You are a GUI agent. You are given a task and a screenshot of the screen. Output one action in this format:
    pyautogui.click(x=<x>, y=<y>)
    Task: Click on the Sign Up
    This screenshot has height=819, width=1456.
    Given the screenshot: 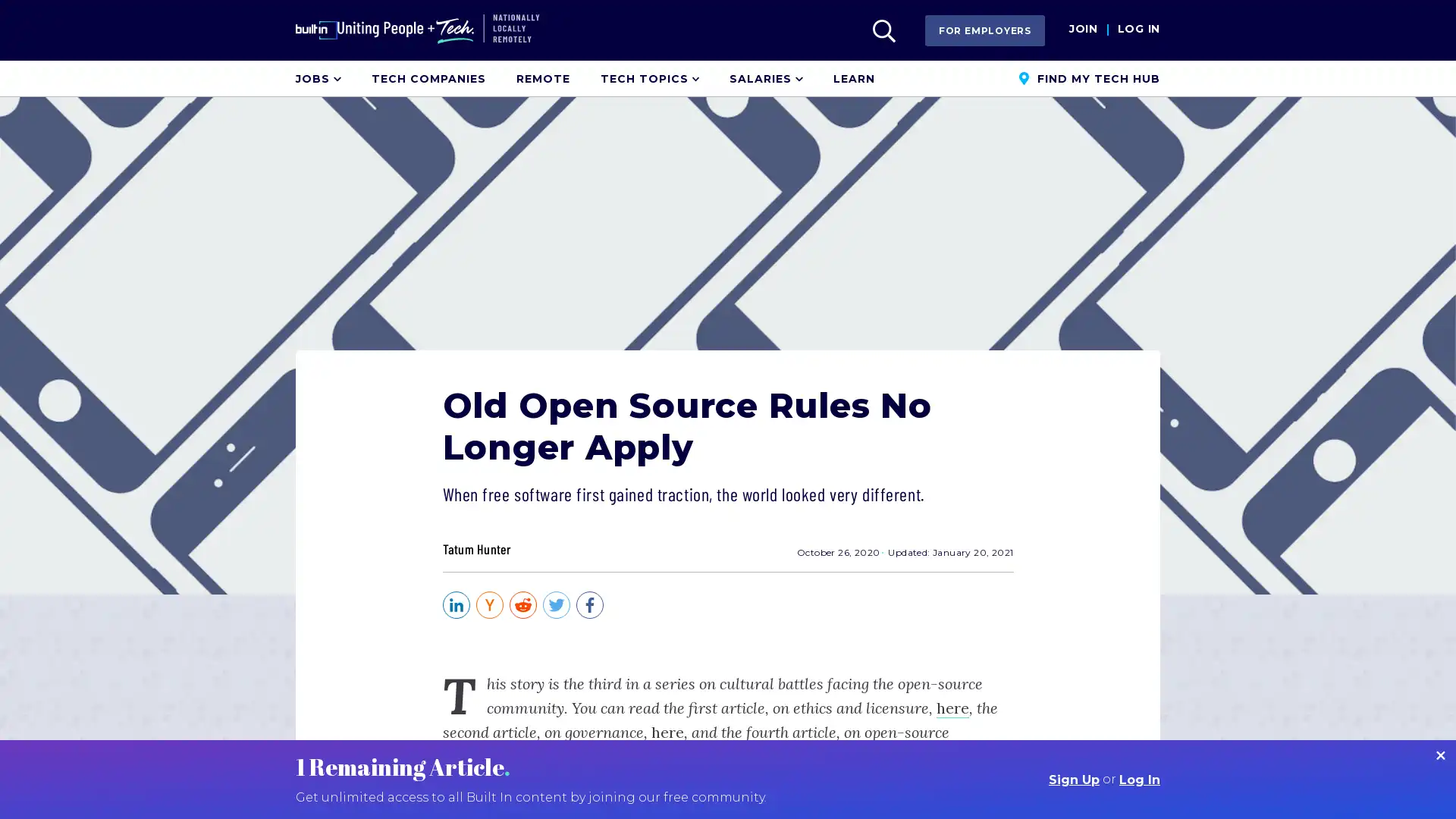 What is the action you would take?
    pyautogui.click(x=1073, y=780)
    